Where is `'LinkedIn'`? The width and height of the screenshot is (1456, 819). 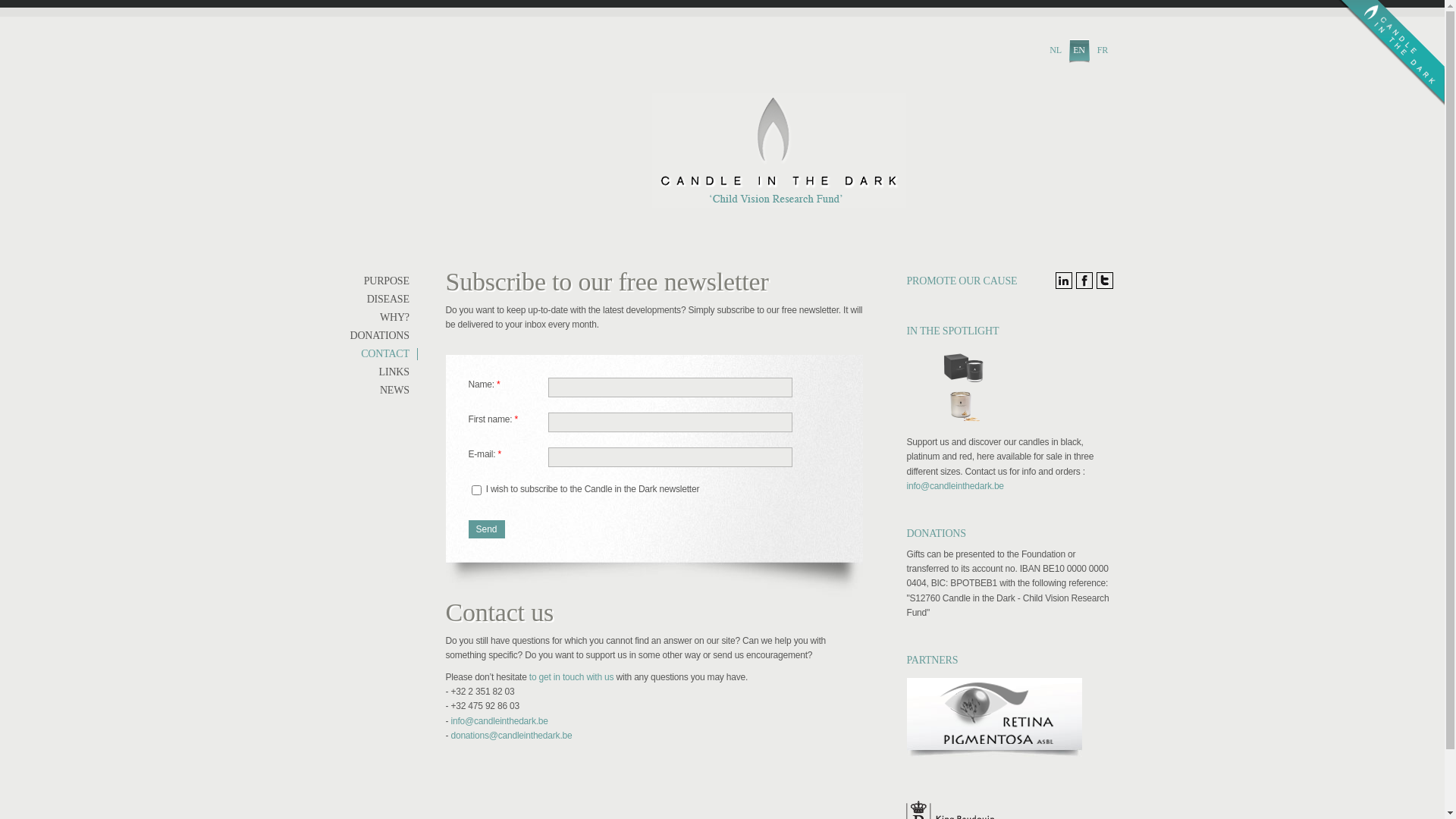
'LinkedIn' is located at coordinates (1062, 281).